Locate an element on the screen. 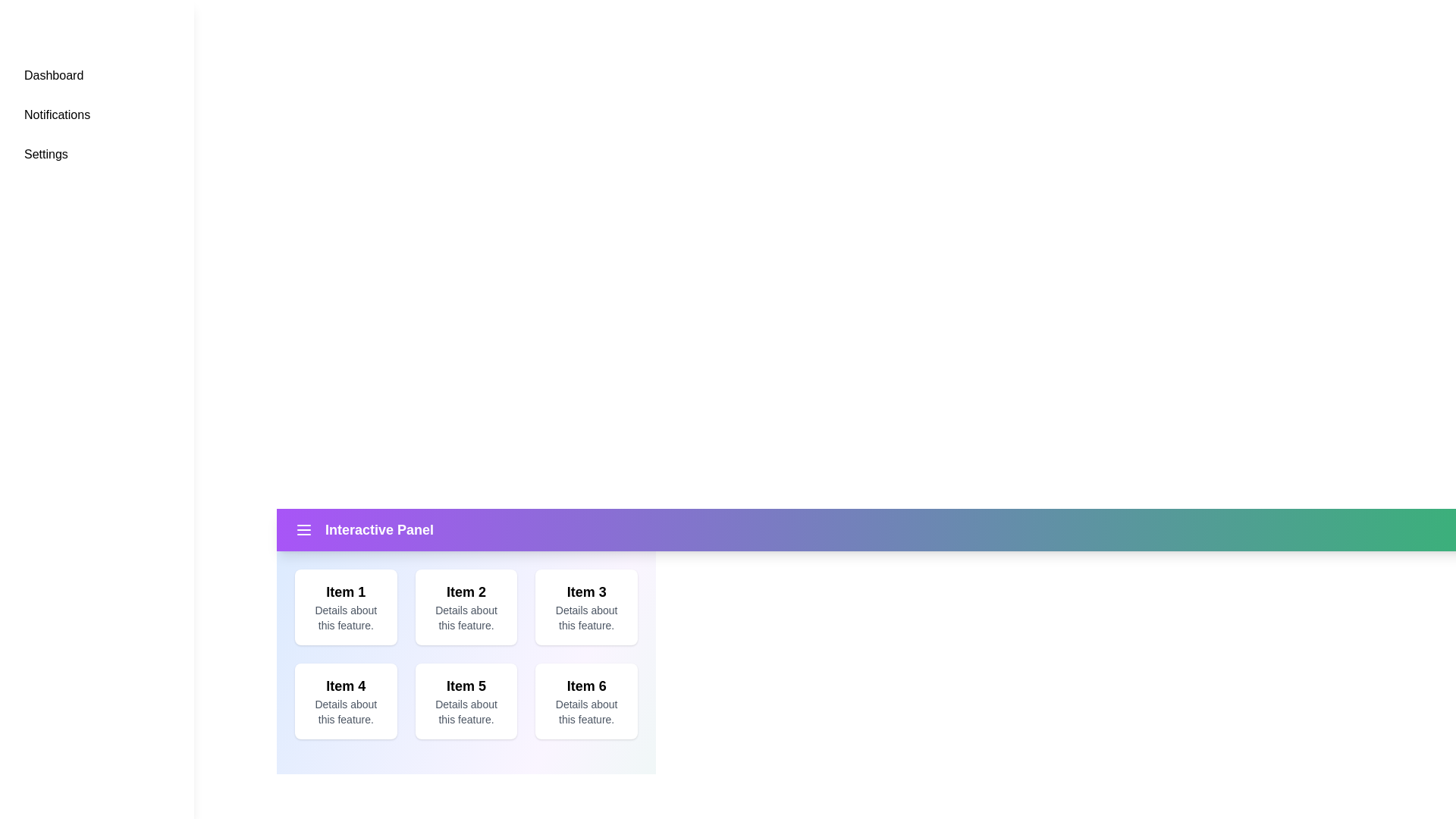 The image size is (1456, 819). the fourth informational card in the grid layout to trigger a visual effect is located at coordinates (345, 701).